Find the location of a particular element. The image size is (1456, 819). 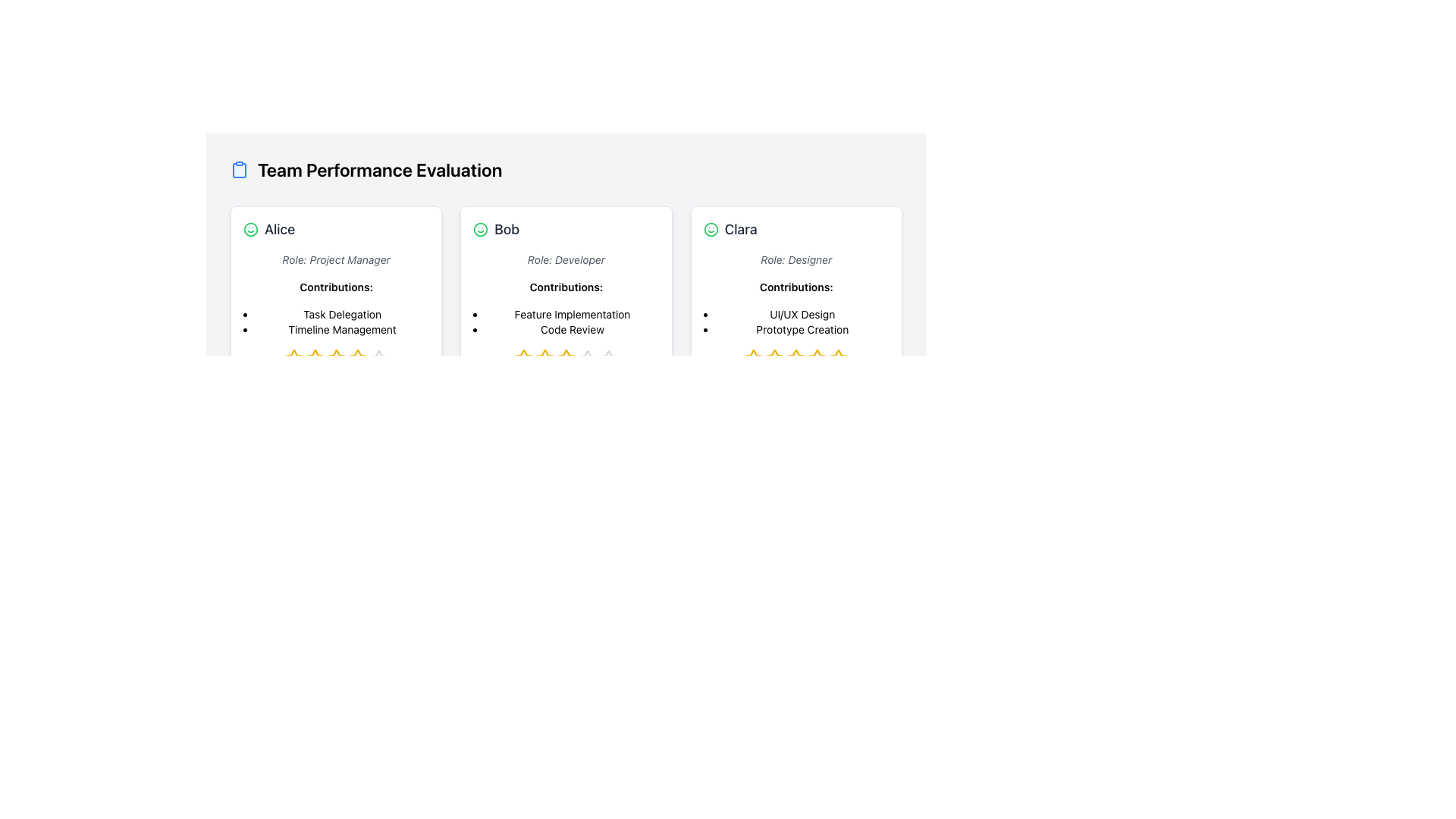

the second star-shaped icon in the rating bar under the 'Alice' section of the 'Team Performance Evaluation' interface is located at coordinates (335, 358).